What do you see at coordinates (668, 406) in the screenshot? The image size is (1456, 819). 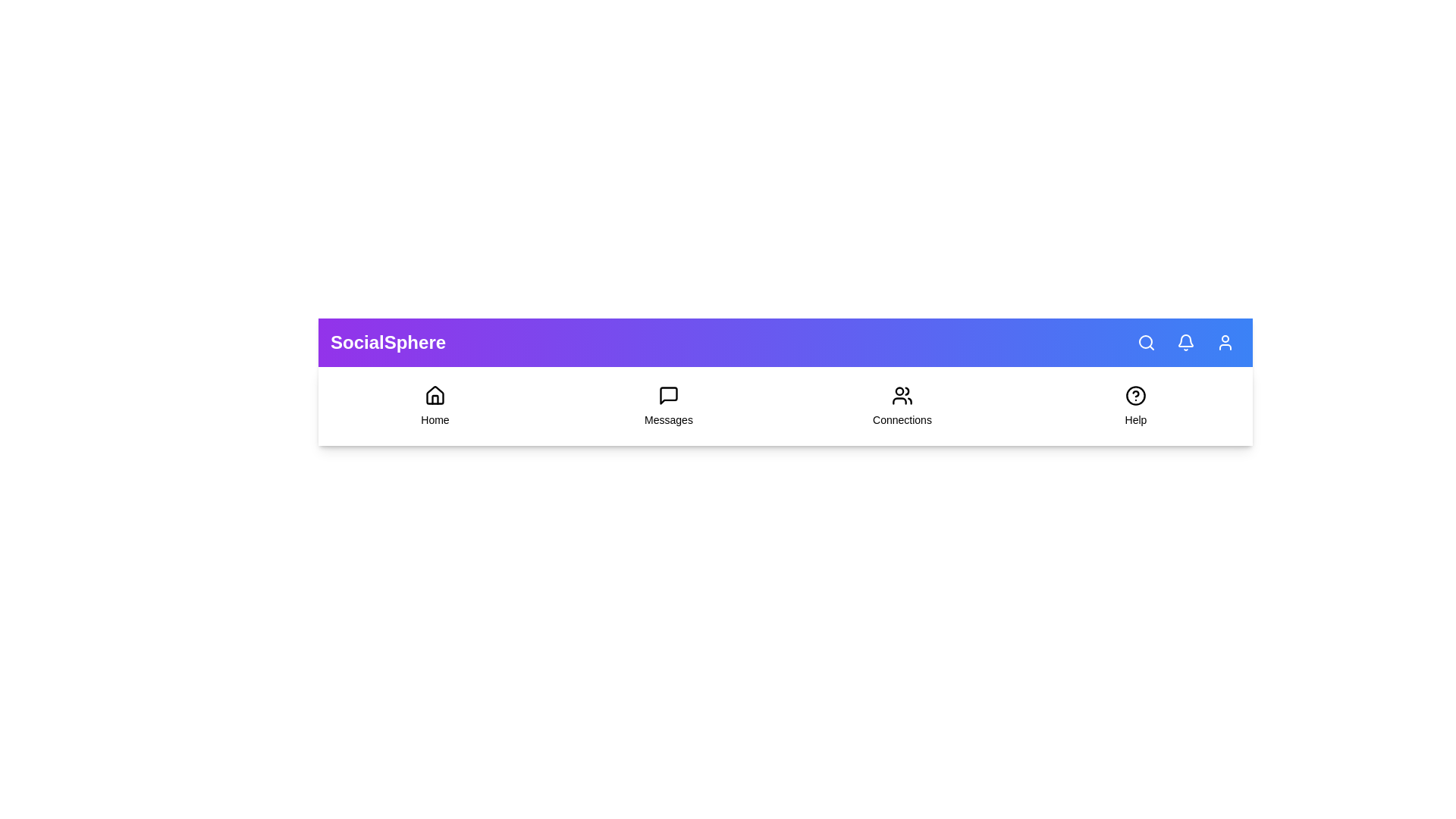 I see `the Messages menu item` at bounding box center [668, 406].